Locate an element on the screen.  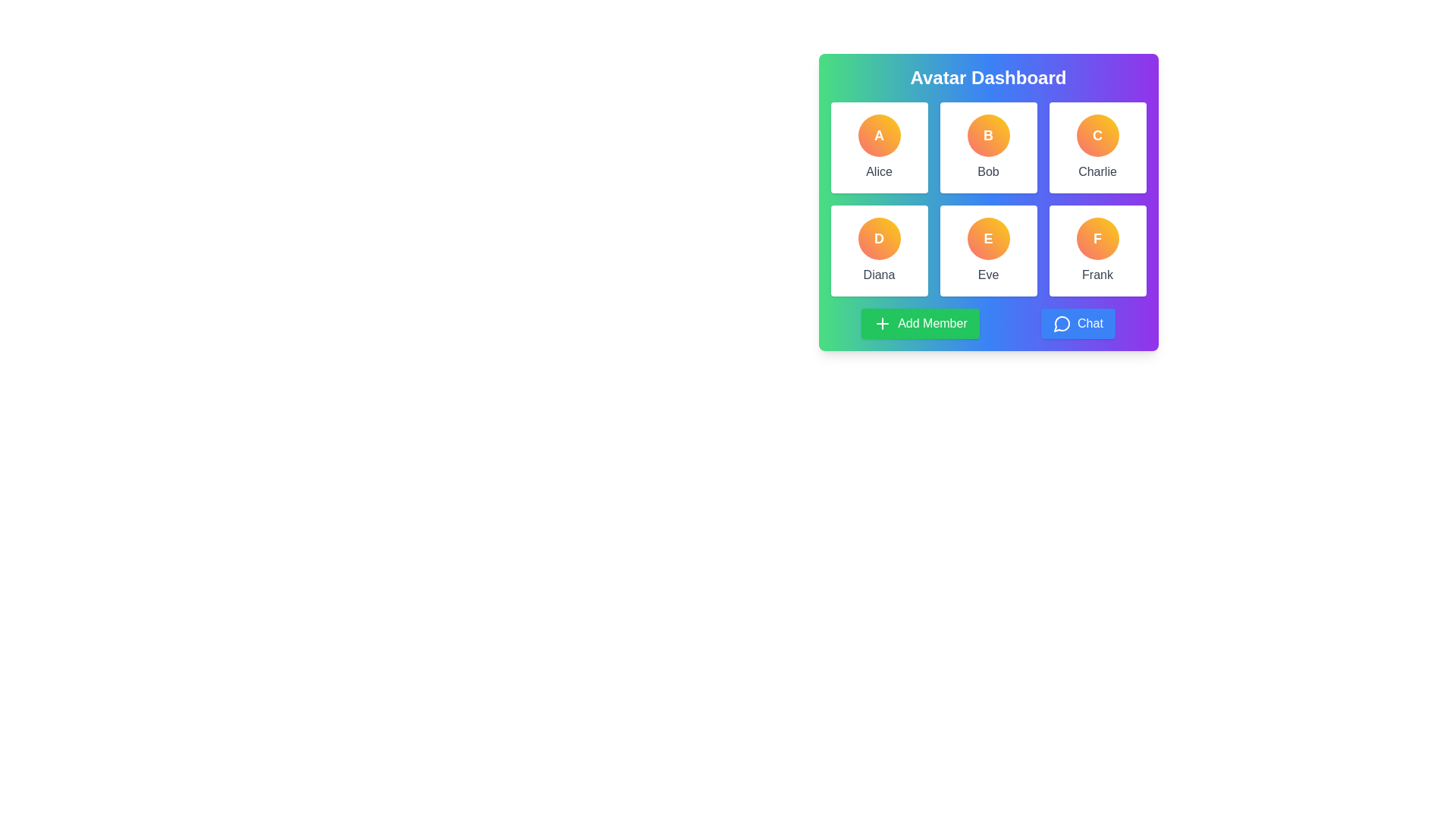
the avatar in the user dashboard is located at coordinates (988, 198).